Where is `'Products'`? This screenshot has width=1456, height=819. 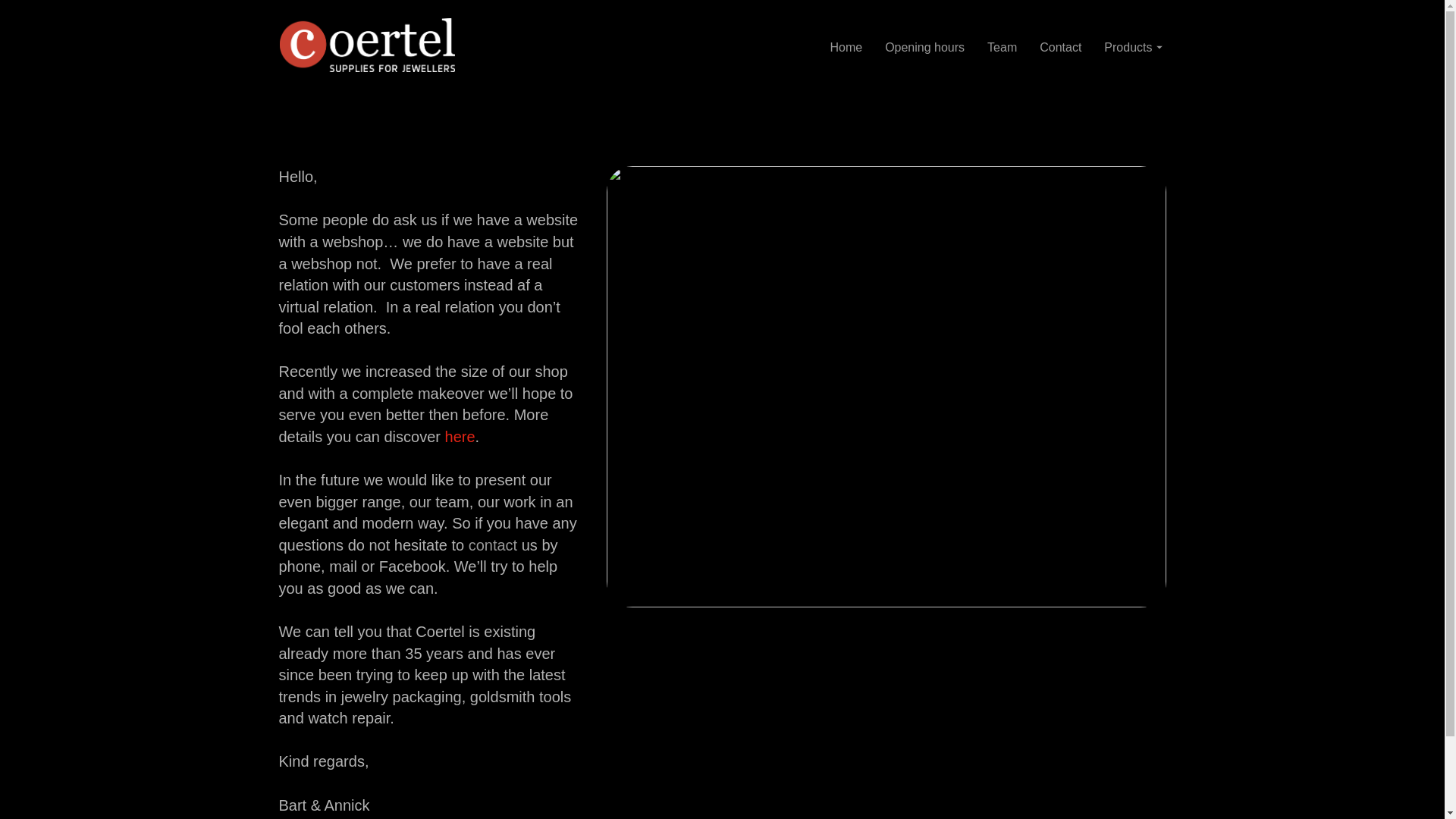
'Products' is located at coordinates (1132, 46).